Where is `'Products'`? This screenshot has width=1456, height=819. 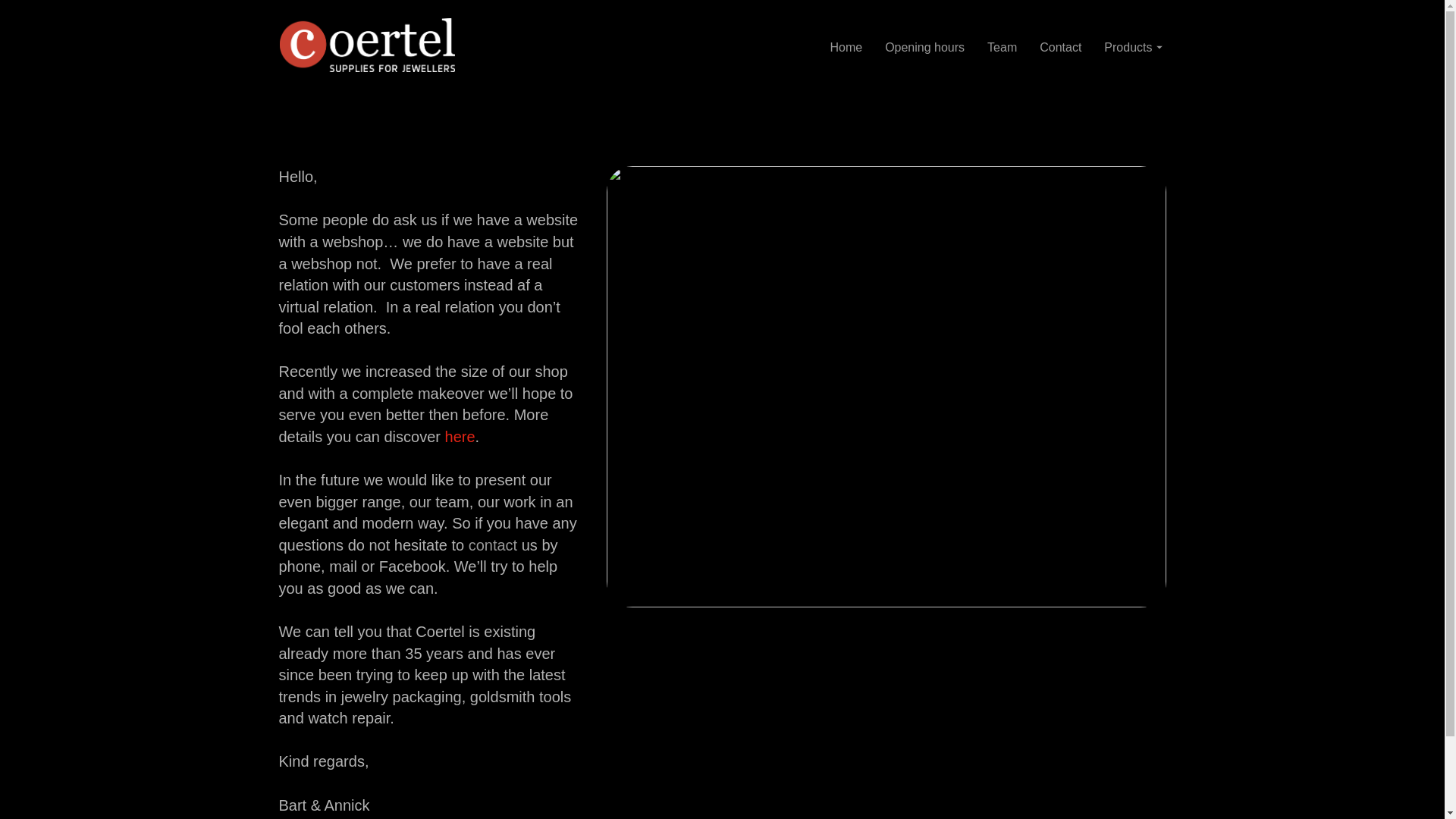
'Products' is located at coordinates (1132, 46).